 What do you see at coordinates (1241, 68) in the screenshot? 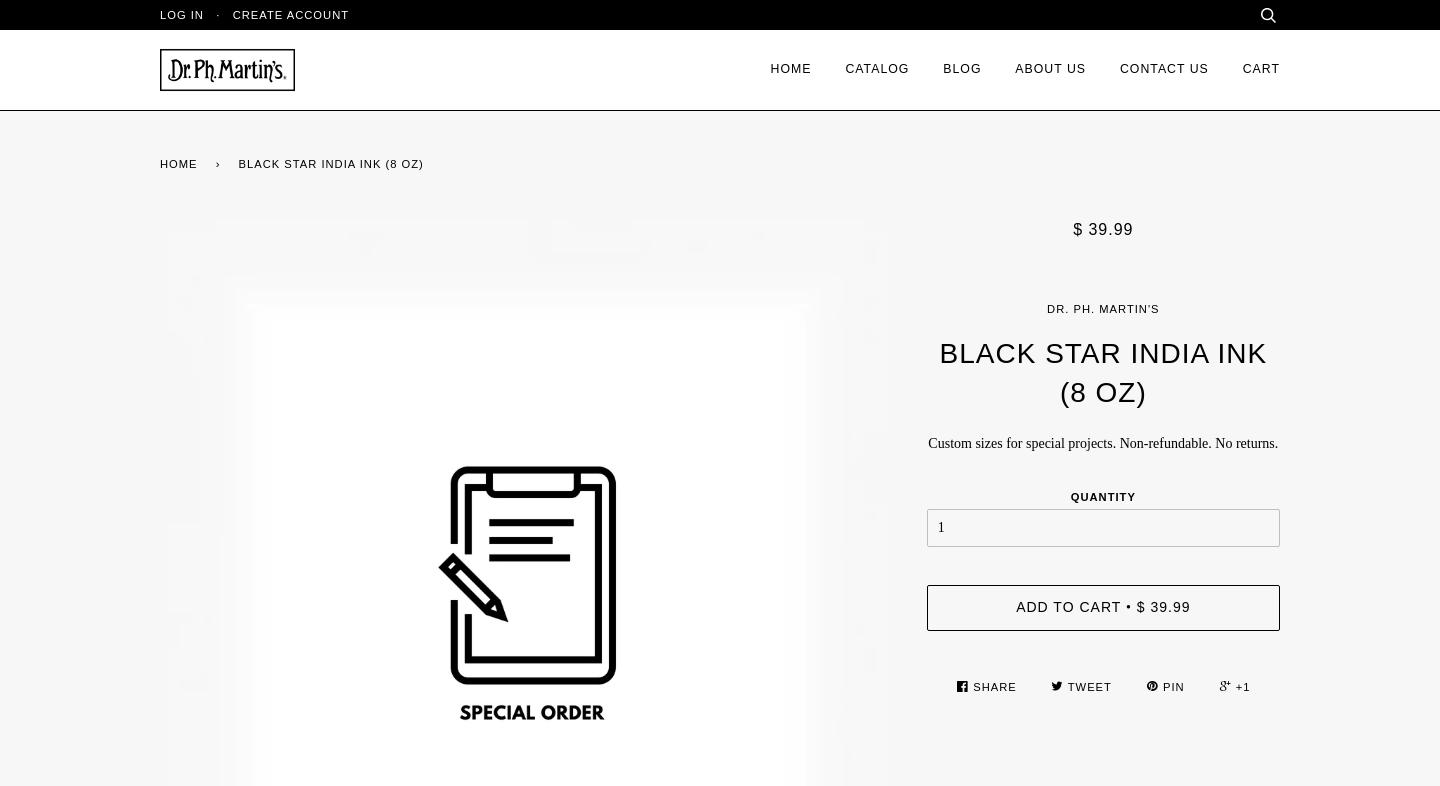
I see `'Cart'` at bounding box center [1241, 68].